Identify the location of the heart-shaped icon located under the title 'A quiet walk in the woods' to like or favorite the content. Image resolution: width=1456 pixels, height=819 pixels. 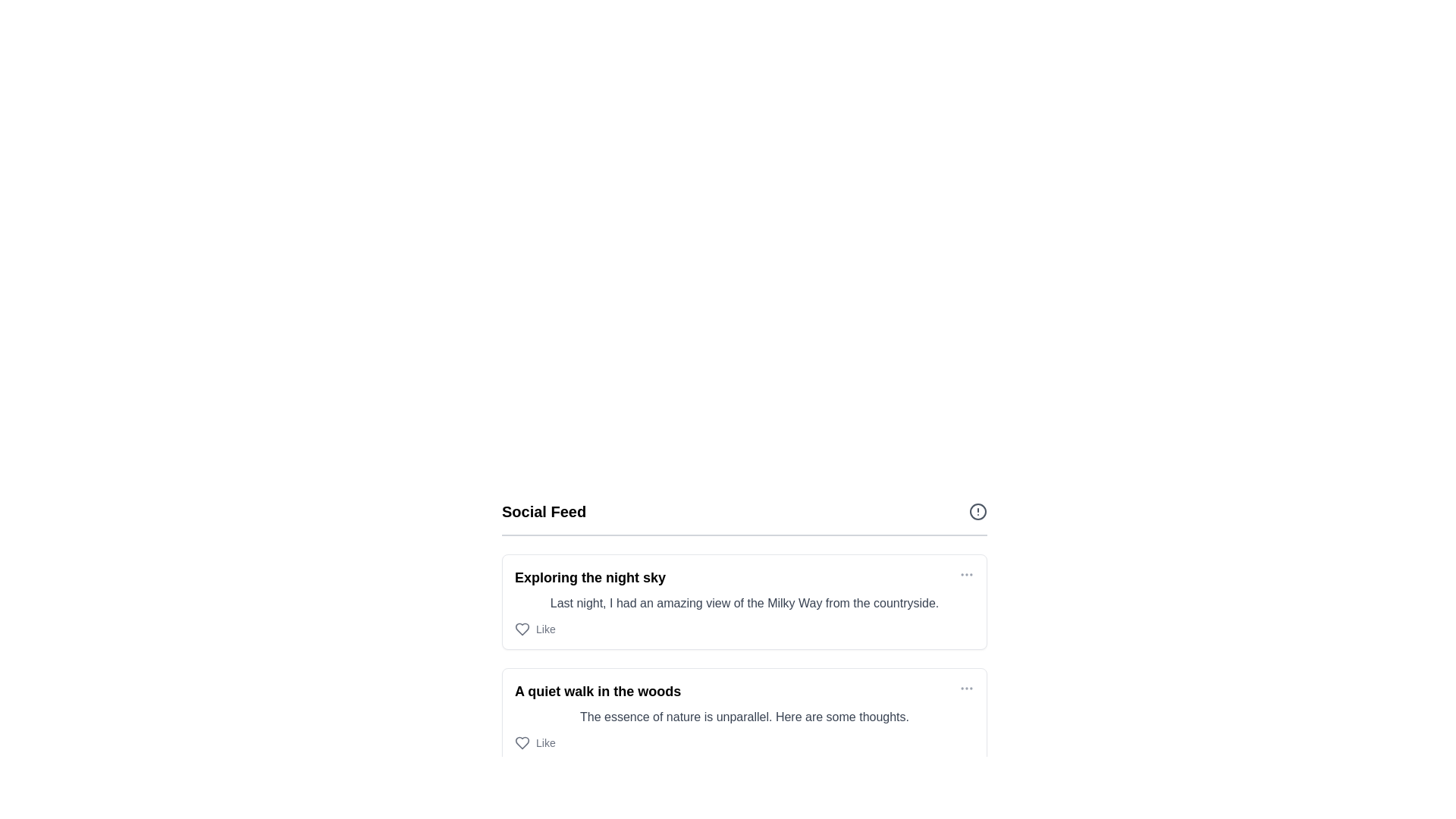
(522, 742).